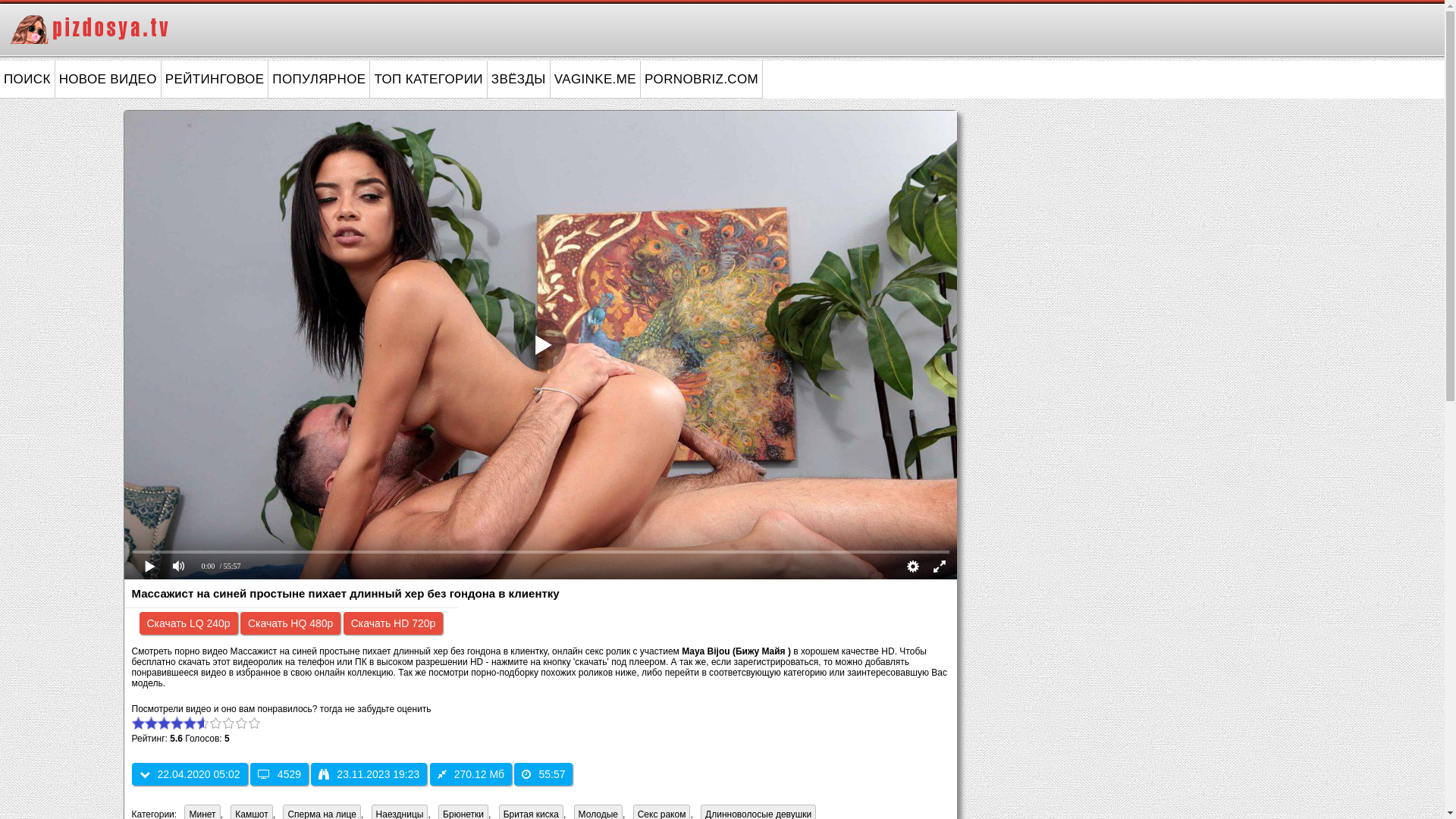  I want to click on '23.11.2023 19:23', so click(309, 774).